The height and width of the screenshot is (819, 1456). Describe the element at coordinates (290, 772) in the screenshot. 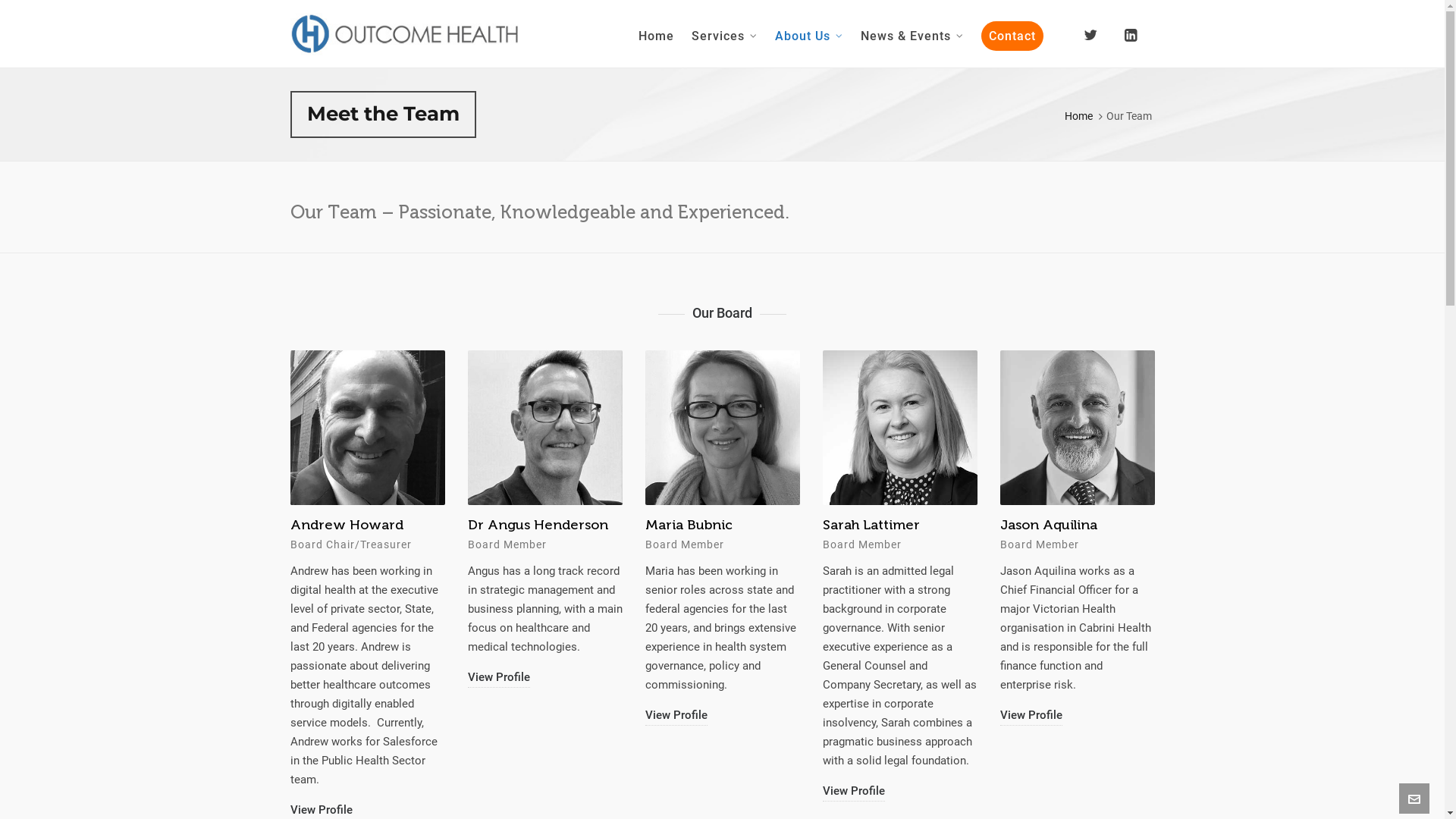

I see `'View Profile'` at that location.